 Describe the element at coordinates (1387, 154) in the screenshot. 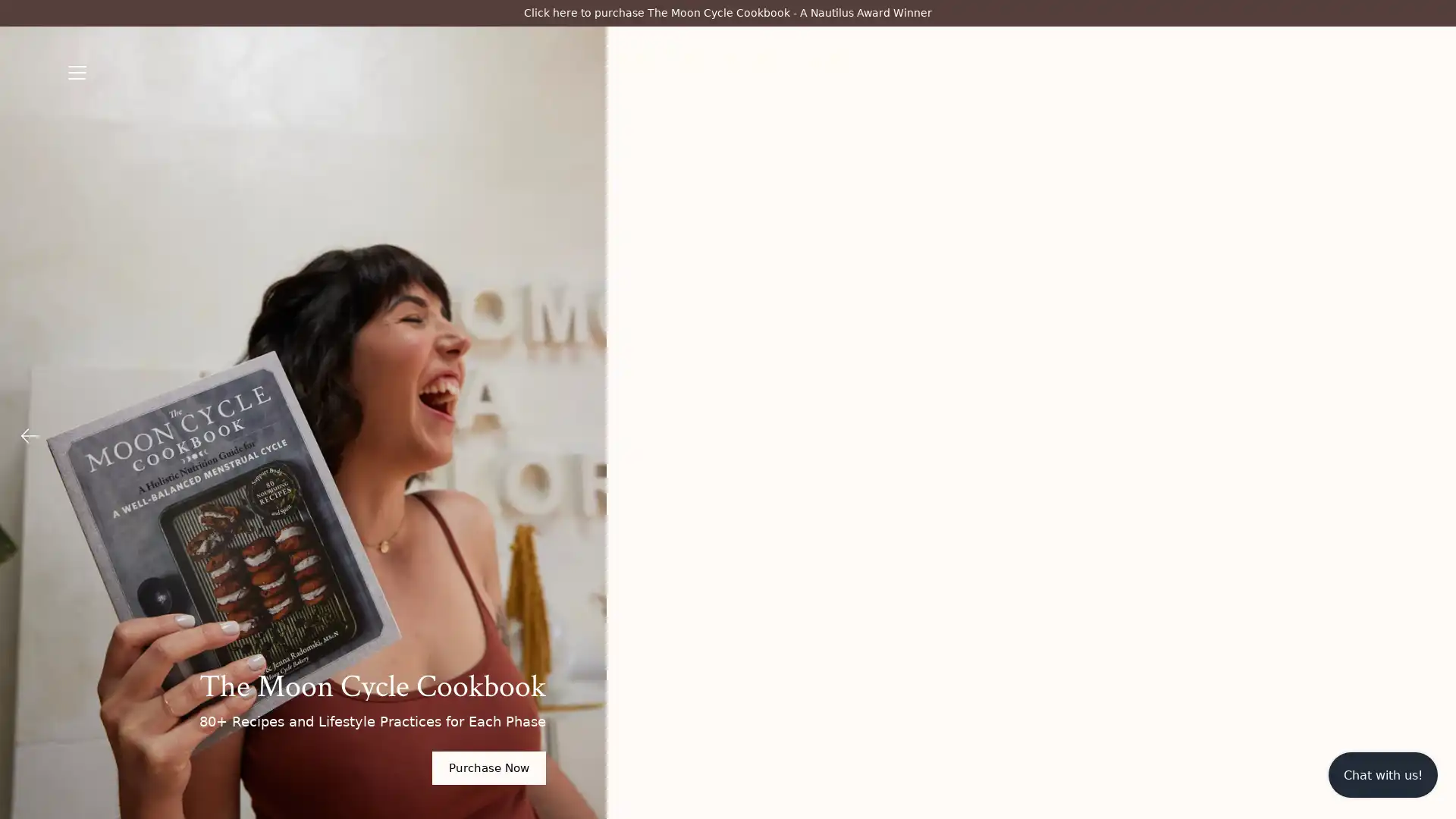

I see `Close` at that location.